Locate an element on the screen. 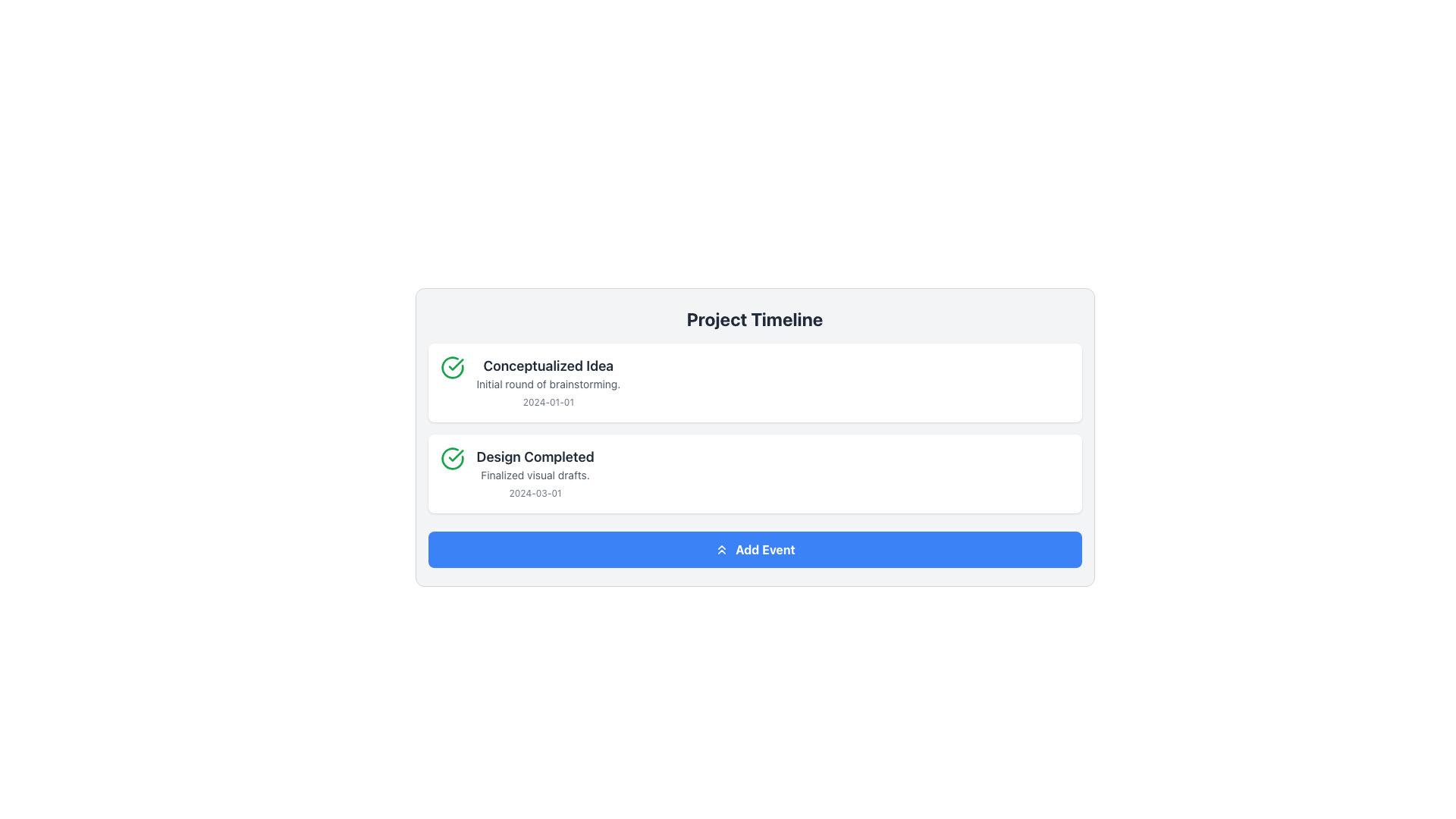 This screenshot has height=819, width=1456. the text label 'Conceptualized Idea' which is prominently styled in bold and large font, located at the top of the first item in the vertical timeline under 'Project Timeline' is located at coordinates (548, 366).